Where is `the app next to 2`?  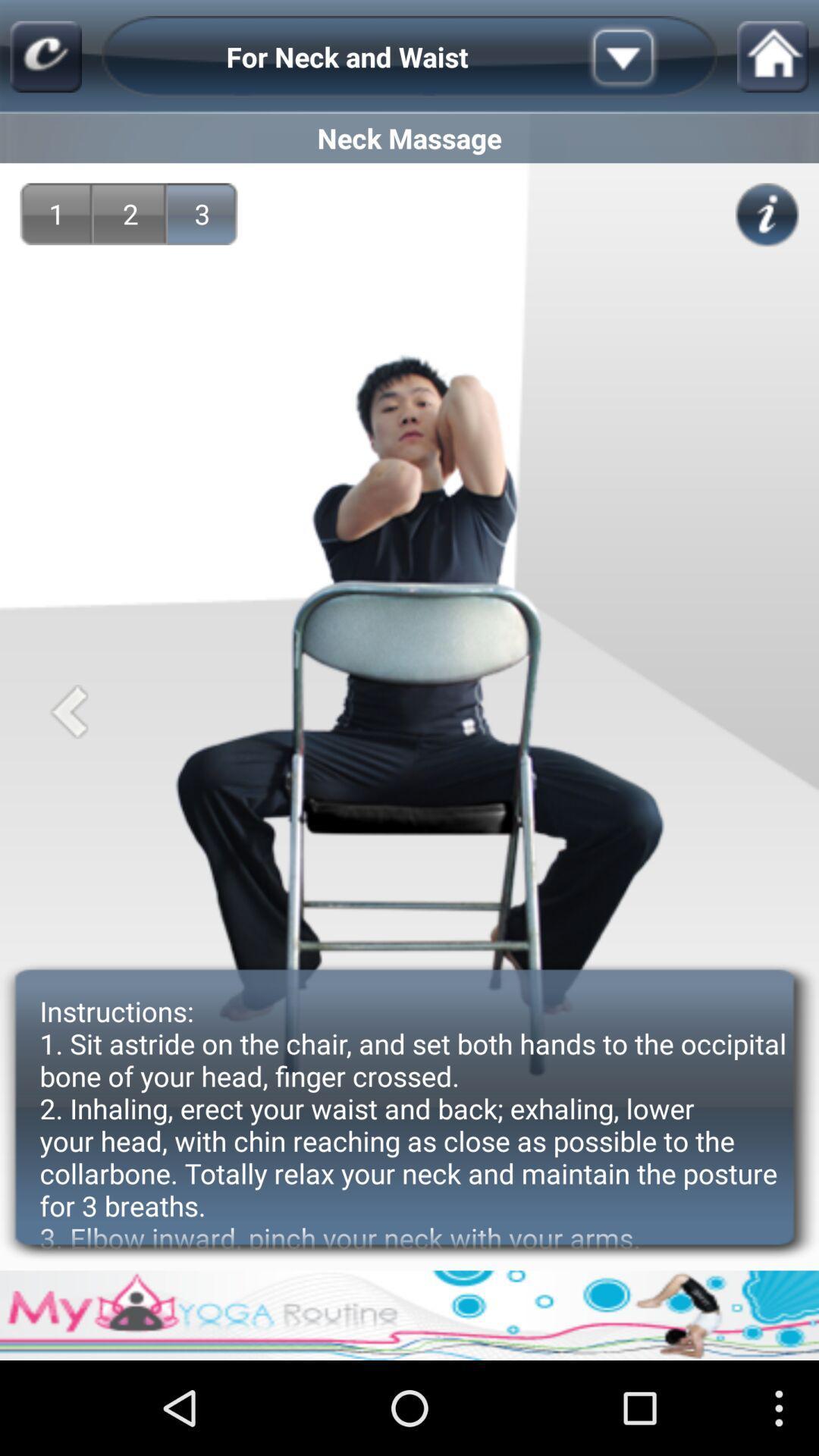 the app next to 2 is located at coordinates (202, 213).